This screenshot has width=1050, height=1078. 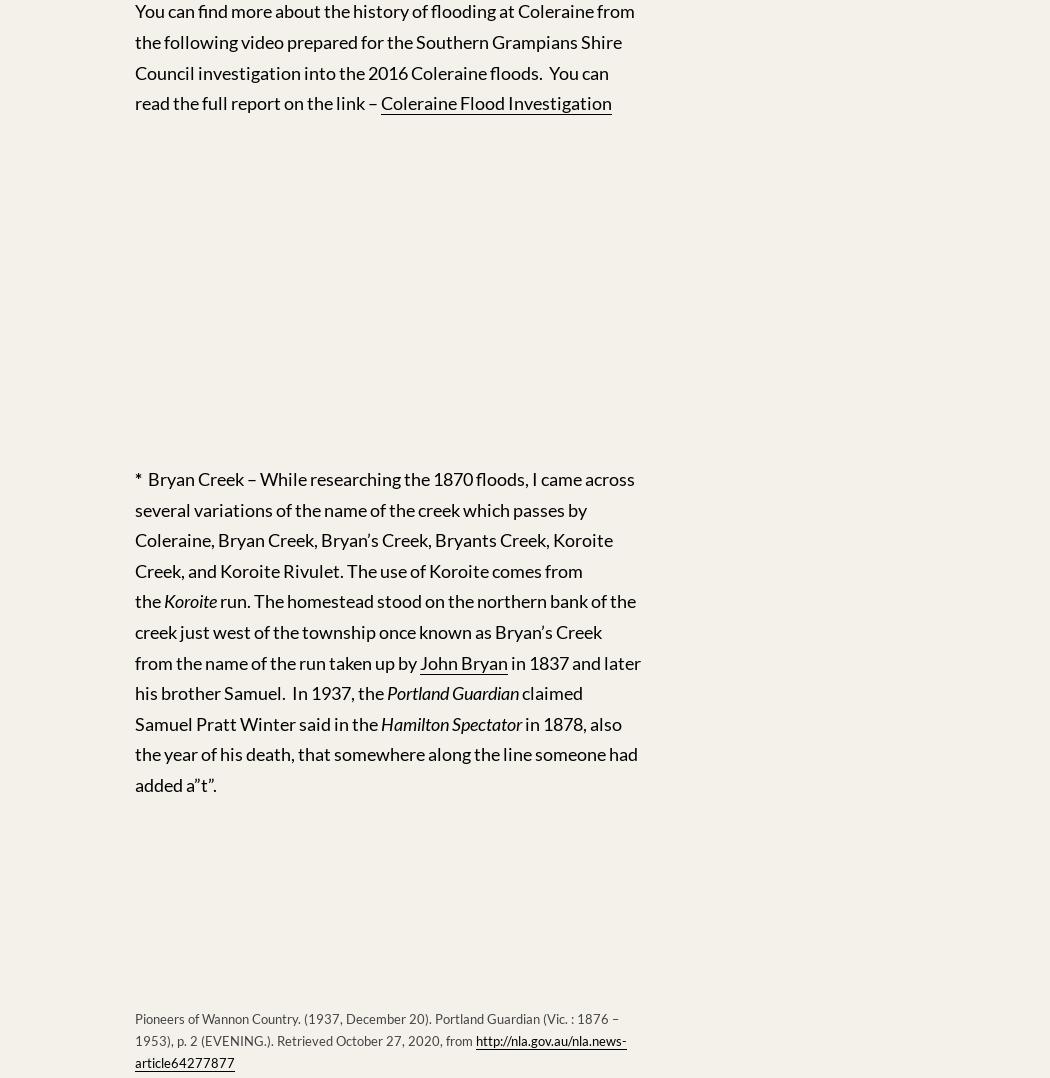 I want to click on 'run. The homestead stood on the northern bank of the creek just west of the township once known as Bryan’s Creek from the name of the run taken up by', so click(x=385, y=630).